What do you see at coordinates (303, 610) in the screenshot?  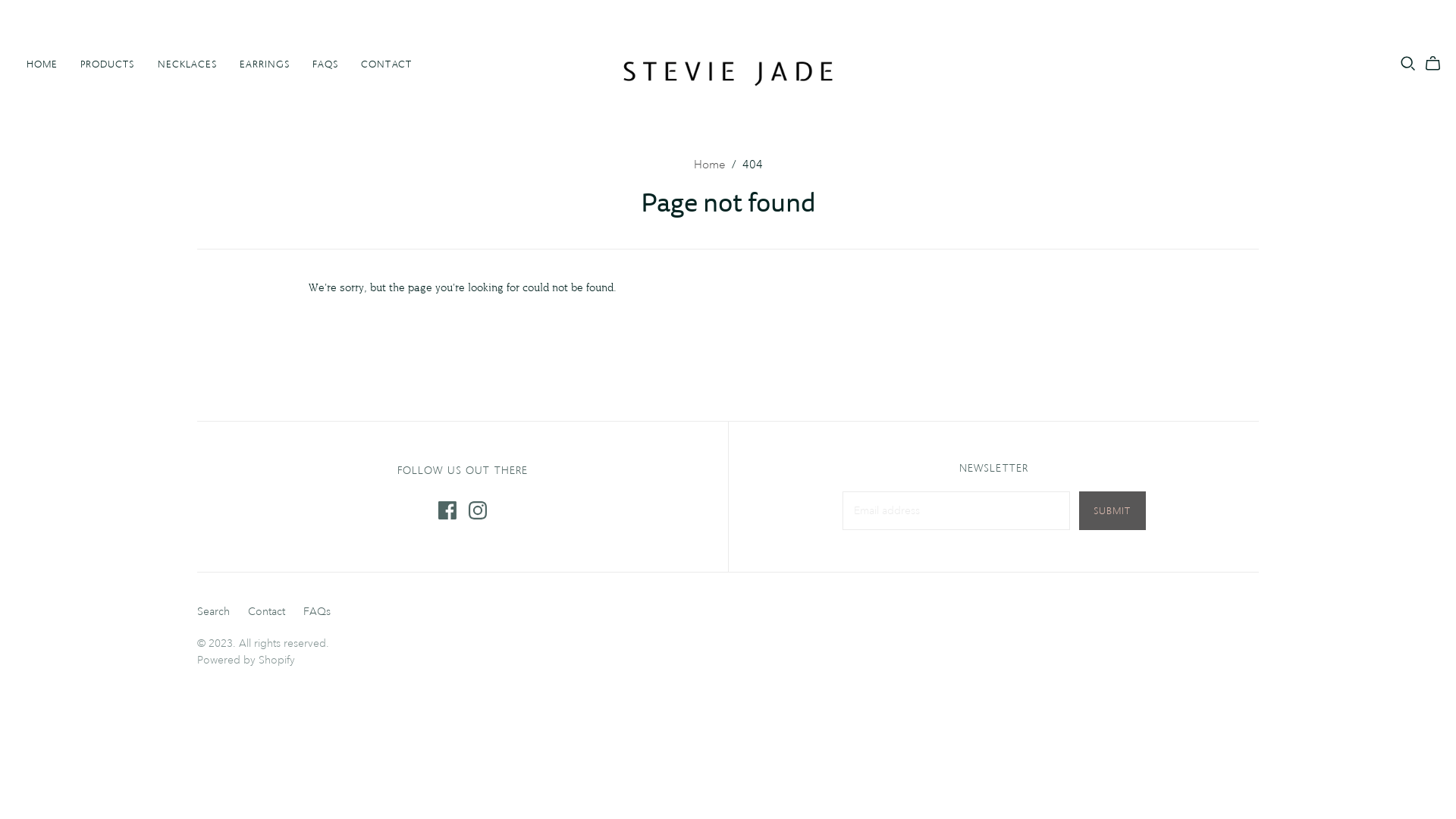 I see `'FAQs'` at bounding box center [303, 610].